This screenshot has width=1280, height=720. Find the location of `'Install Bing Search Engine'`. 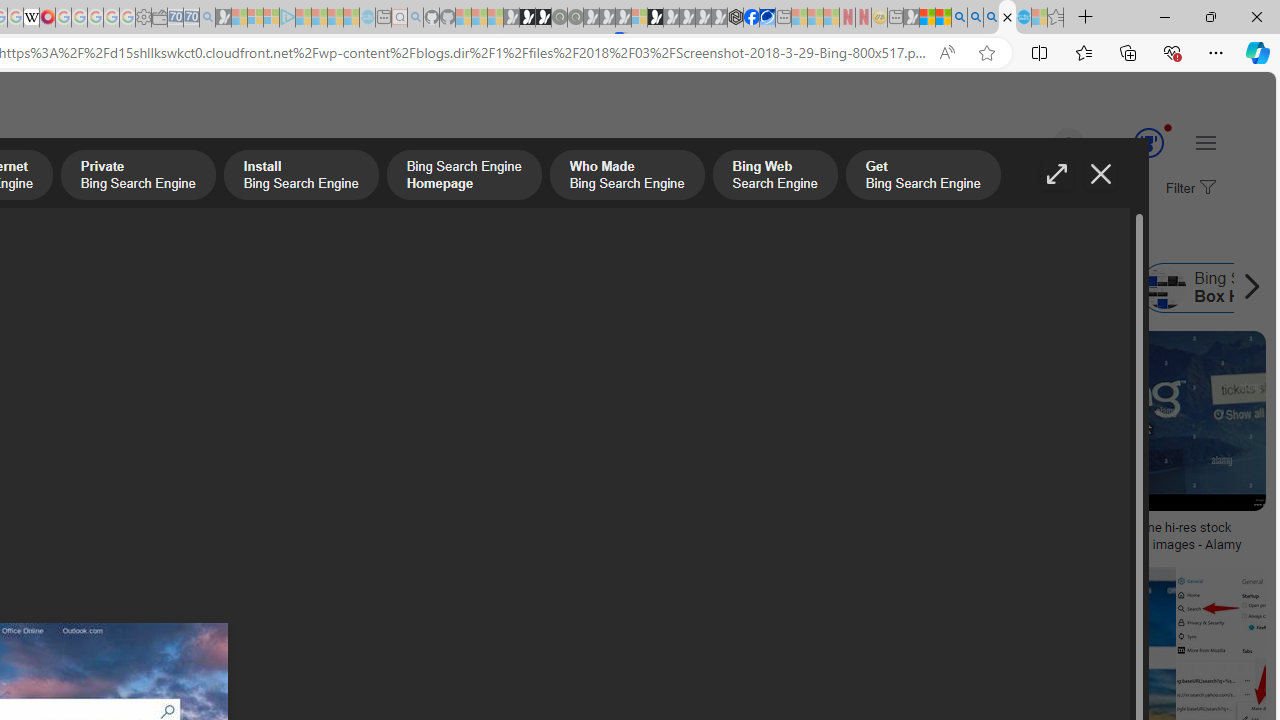

'Install Bing Search Engine' is located at coordinates (299, 176).